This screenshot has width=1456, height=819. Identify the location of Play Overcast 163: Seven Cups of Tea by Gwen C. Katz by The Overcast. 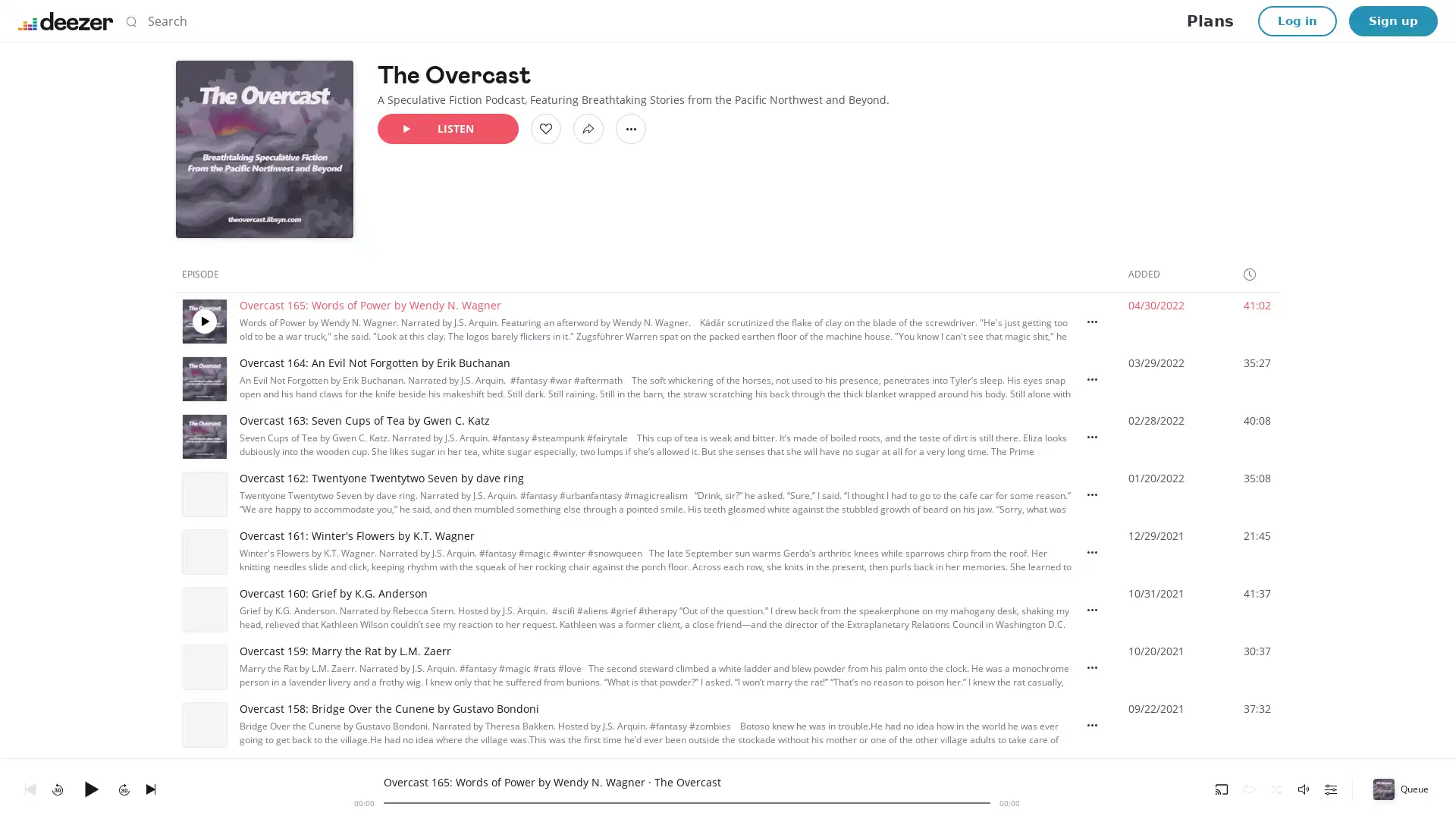
(203, 436).